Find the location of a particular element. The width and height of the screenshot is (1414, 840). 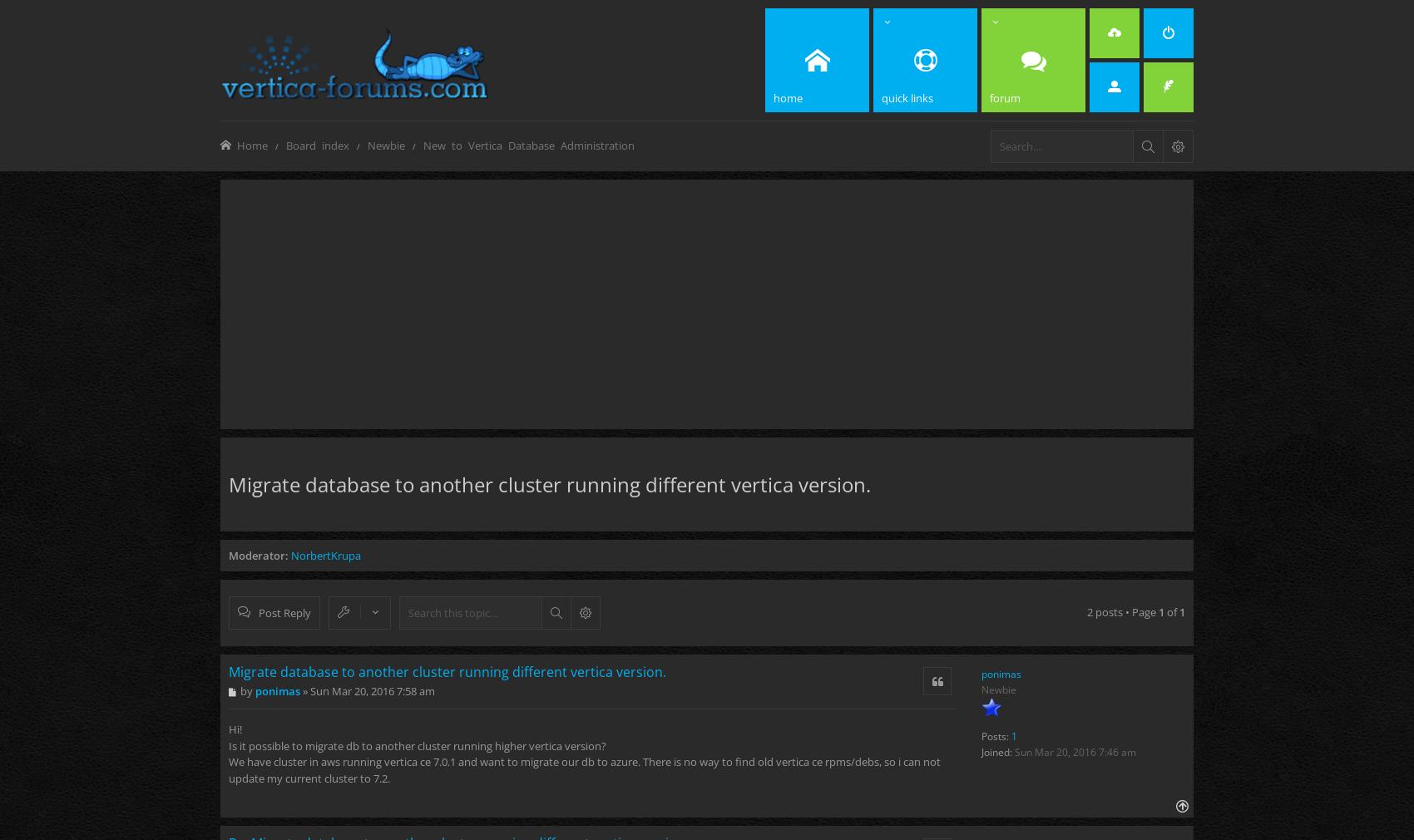

'Hi!' is located at coordinates (235, 729).